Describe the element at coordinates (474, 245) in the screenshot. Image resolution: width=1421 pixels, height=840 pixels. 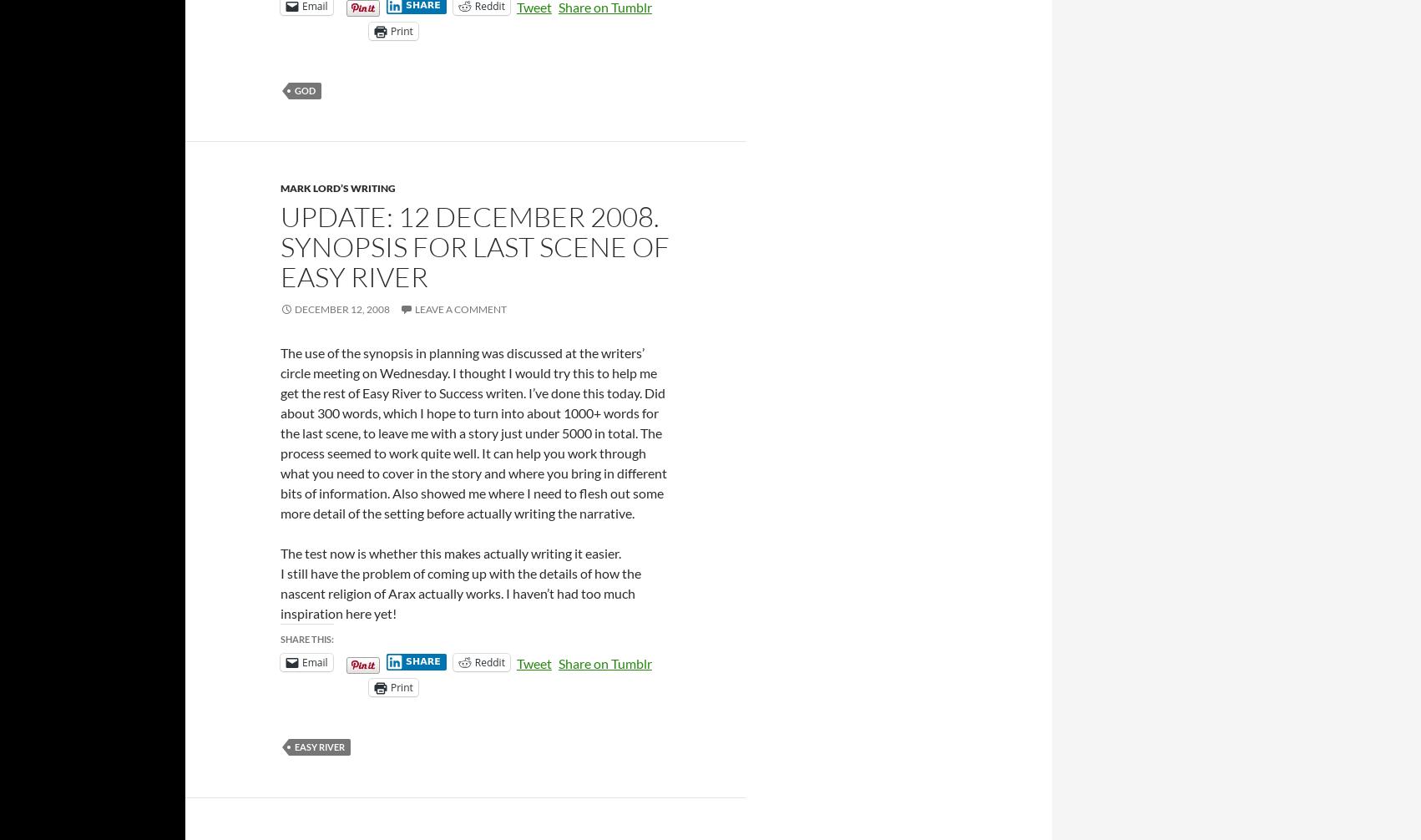
I see `'Update: 12 December 2008. Synopsis for last scene of Easy River'` at that location.